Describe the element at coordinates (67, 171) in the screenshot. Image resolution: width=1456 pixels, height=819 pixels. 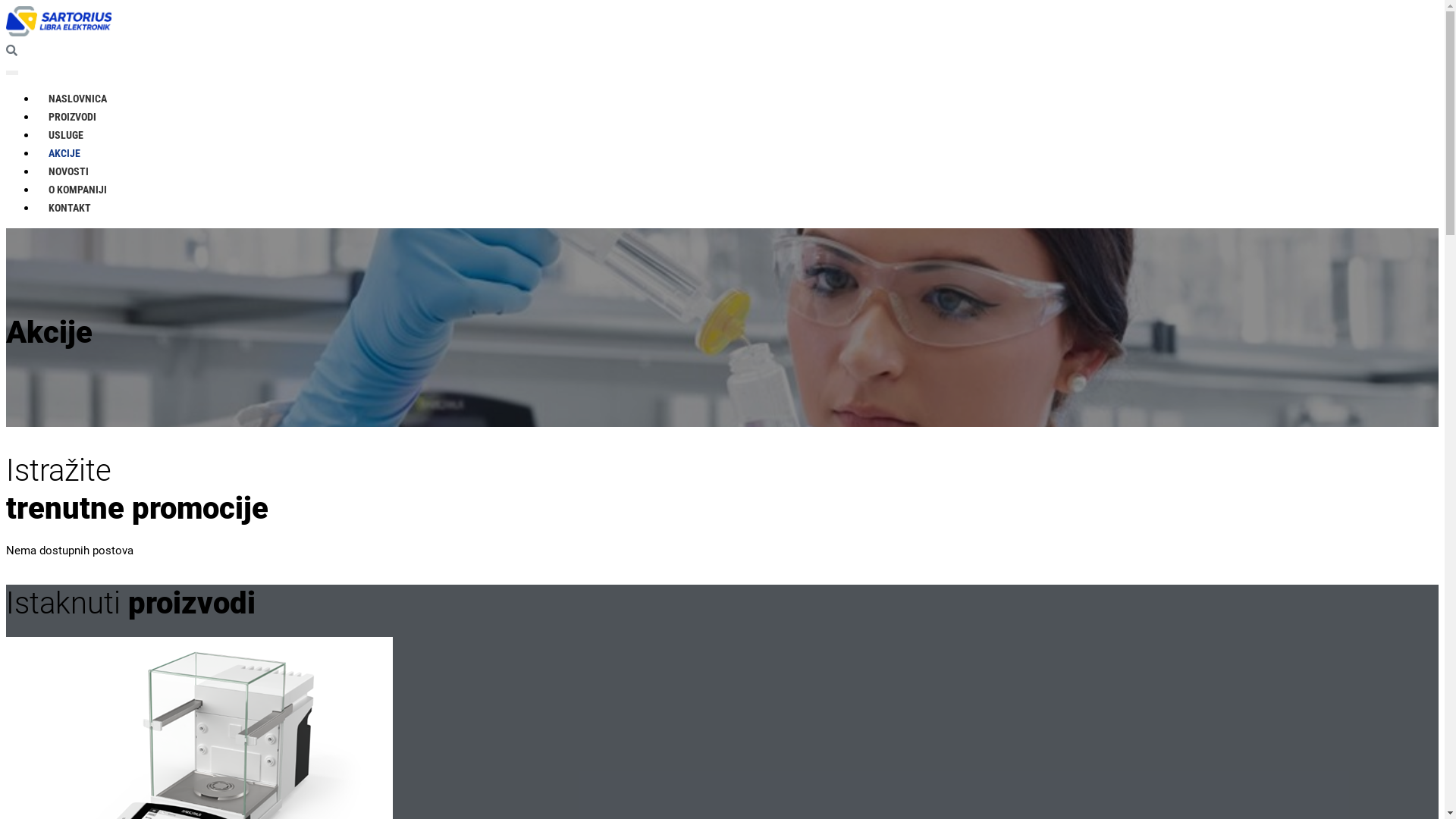
I see `'NOVOSTI'` at that location.